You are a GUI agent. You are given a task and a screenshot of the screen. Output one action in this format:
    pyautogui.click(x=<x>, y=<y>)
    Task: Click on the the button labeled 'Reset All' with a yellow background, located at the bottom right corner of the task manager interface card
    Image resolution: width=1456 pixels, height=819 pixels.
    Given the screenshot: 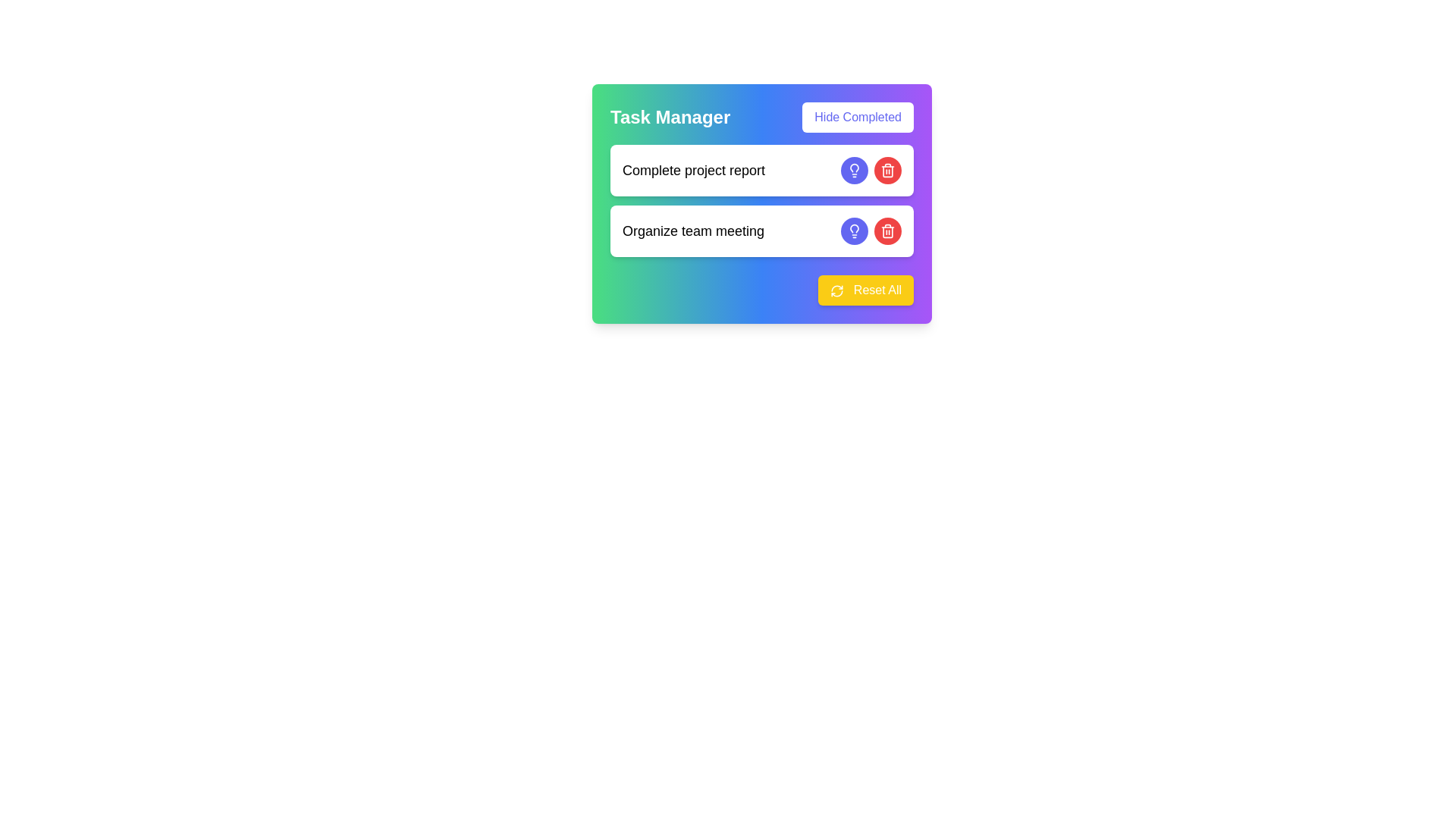 What is the action you would take?
    pyautogui.click(x=761, y=290)
    